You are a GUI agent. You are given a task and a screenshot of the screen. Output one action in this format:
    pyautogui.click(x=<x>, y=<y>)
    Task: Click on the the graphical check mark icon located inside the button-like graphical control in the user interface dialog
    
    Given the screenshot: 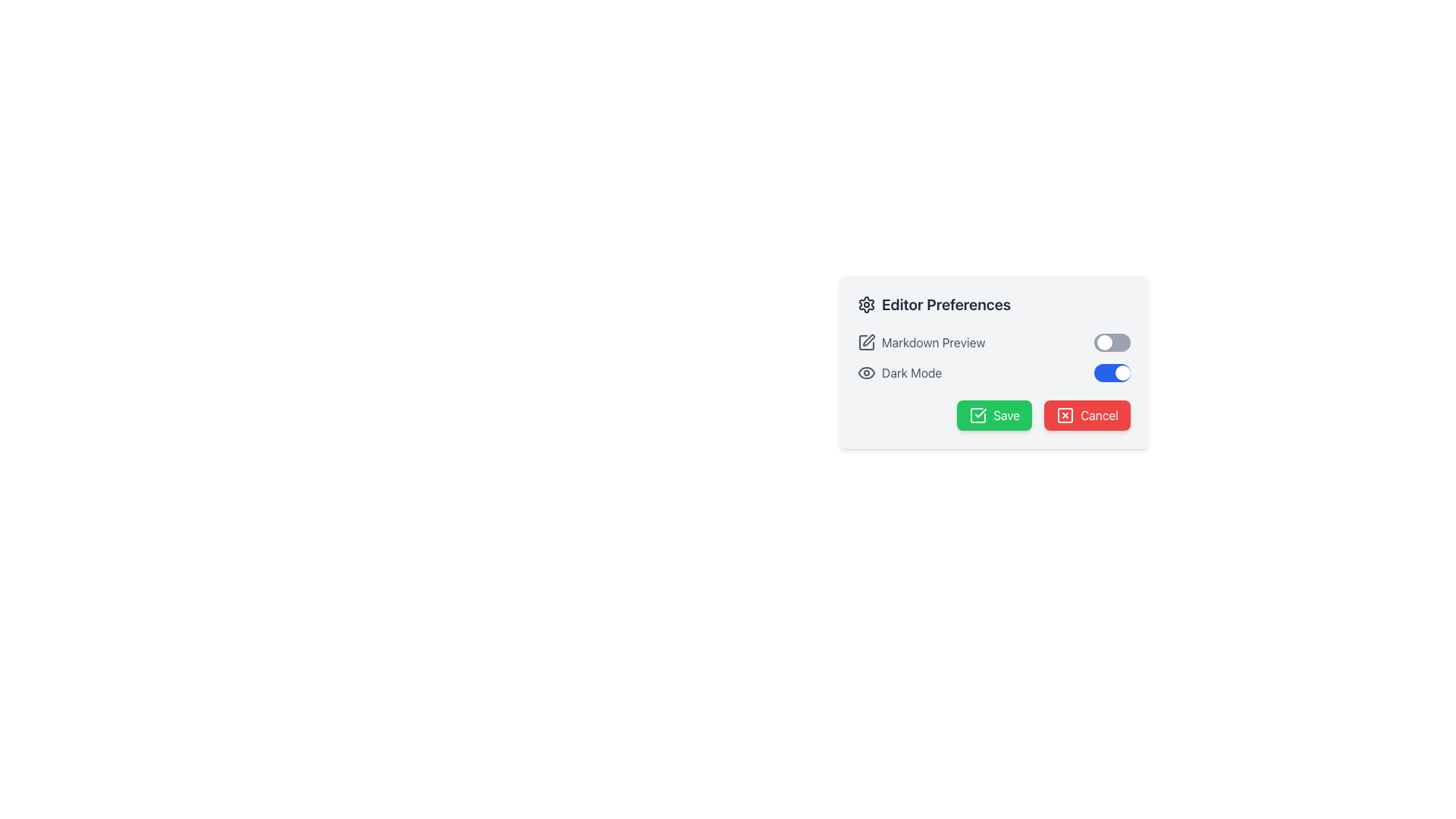 What is the action you would take?
    pyautogui.click(x=981, y=413)
    